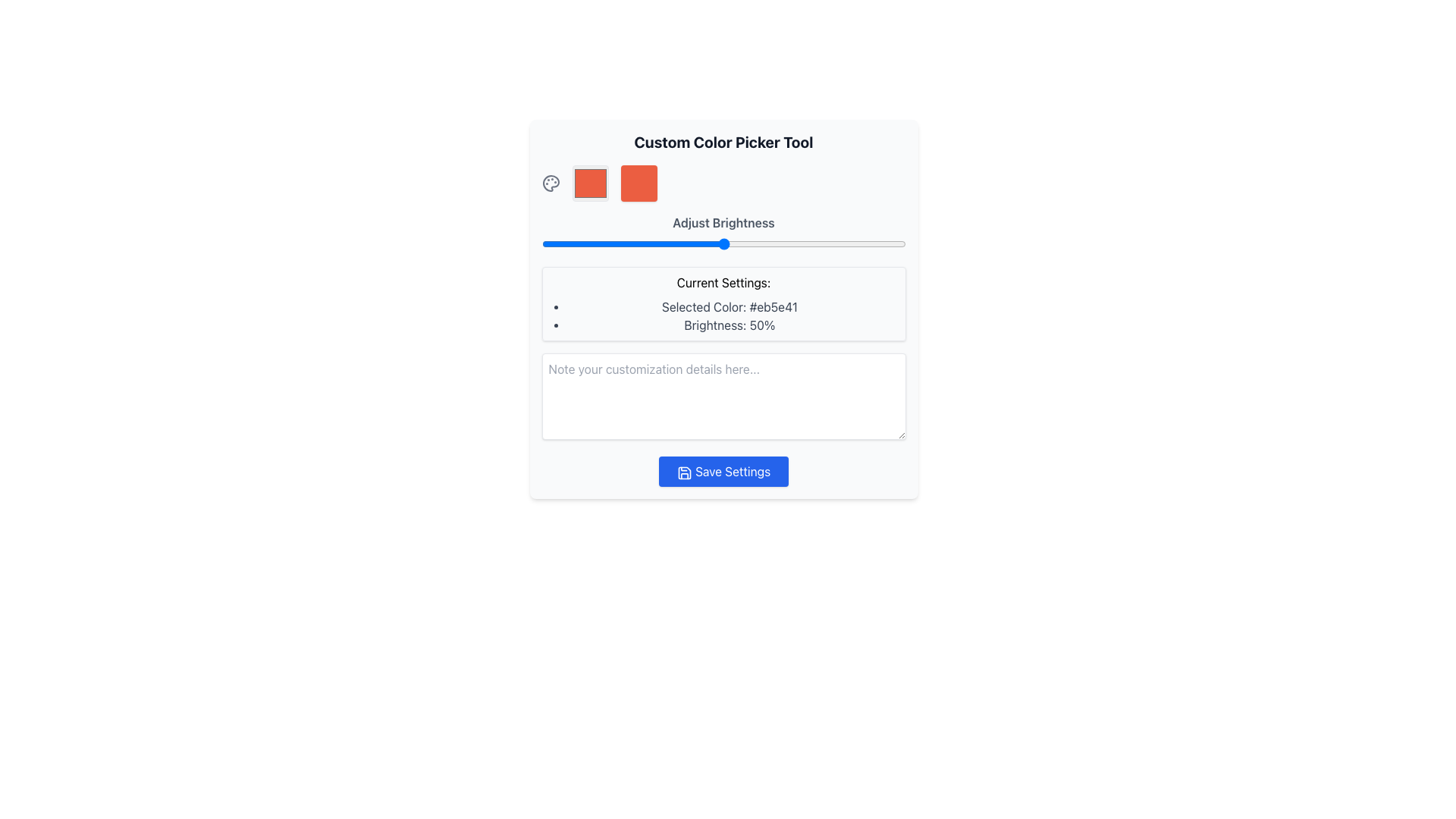 This screenshot has width=1456, height=819. What do you see at coordinates (902, 243) in the screenshot?
I see `the brightness` at bounding box center [902, 243].